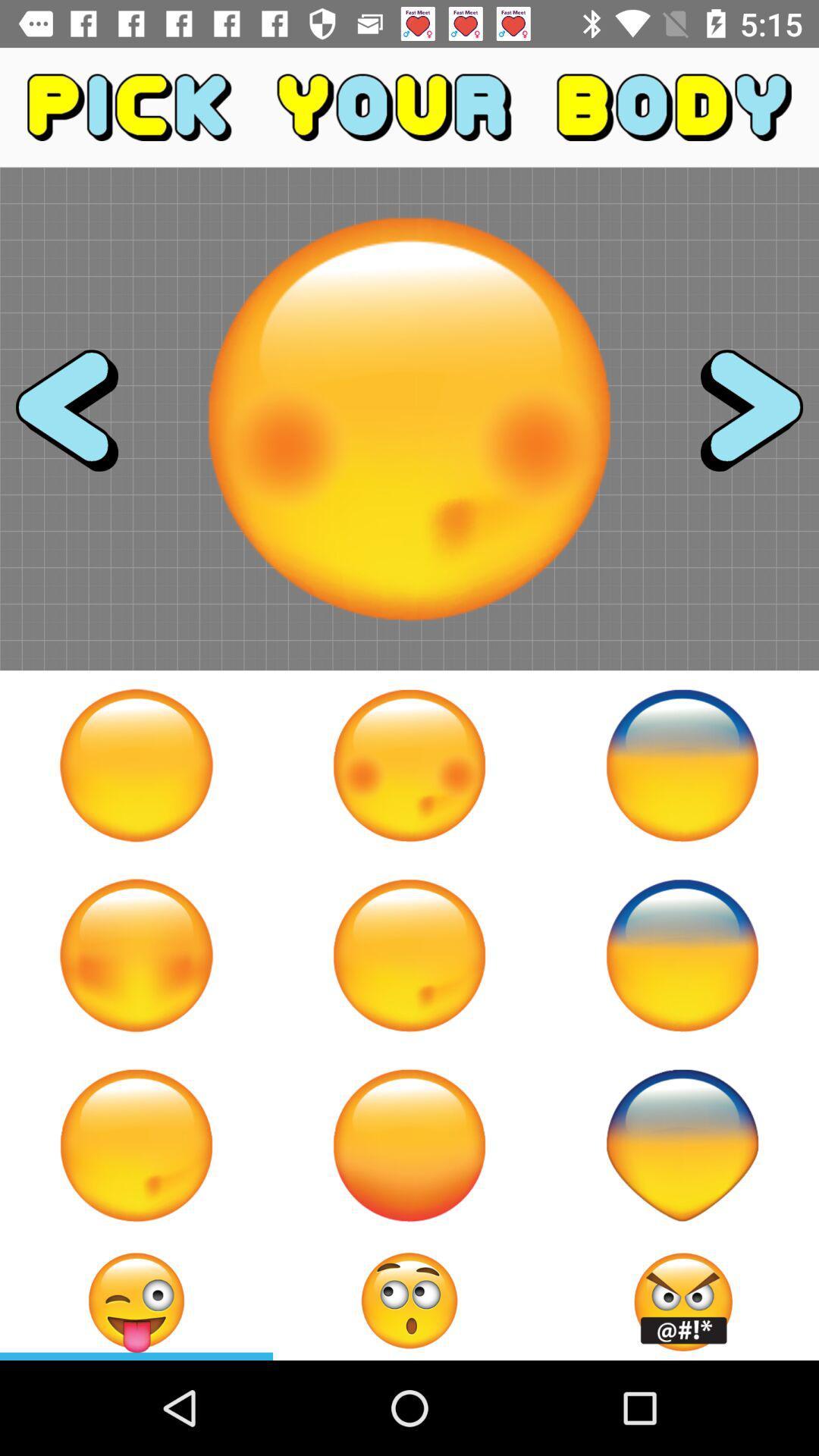  Describe the element at coordinates (80, 419) in the screenshot. I see `previous` at that location.